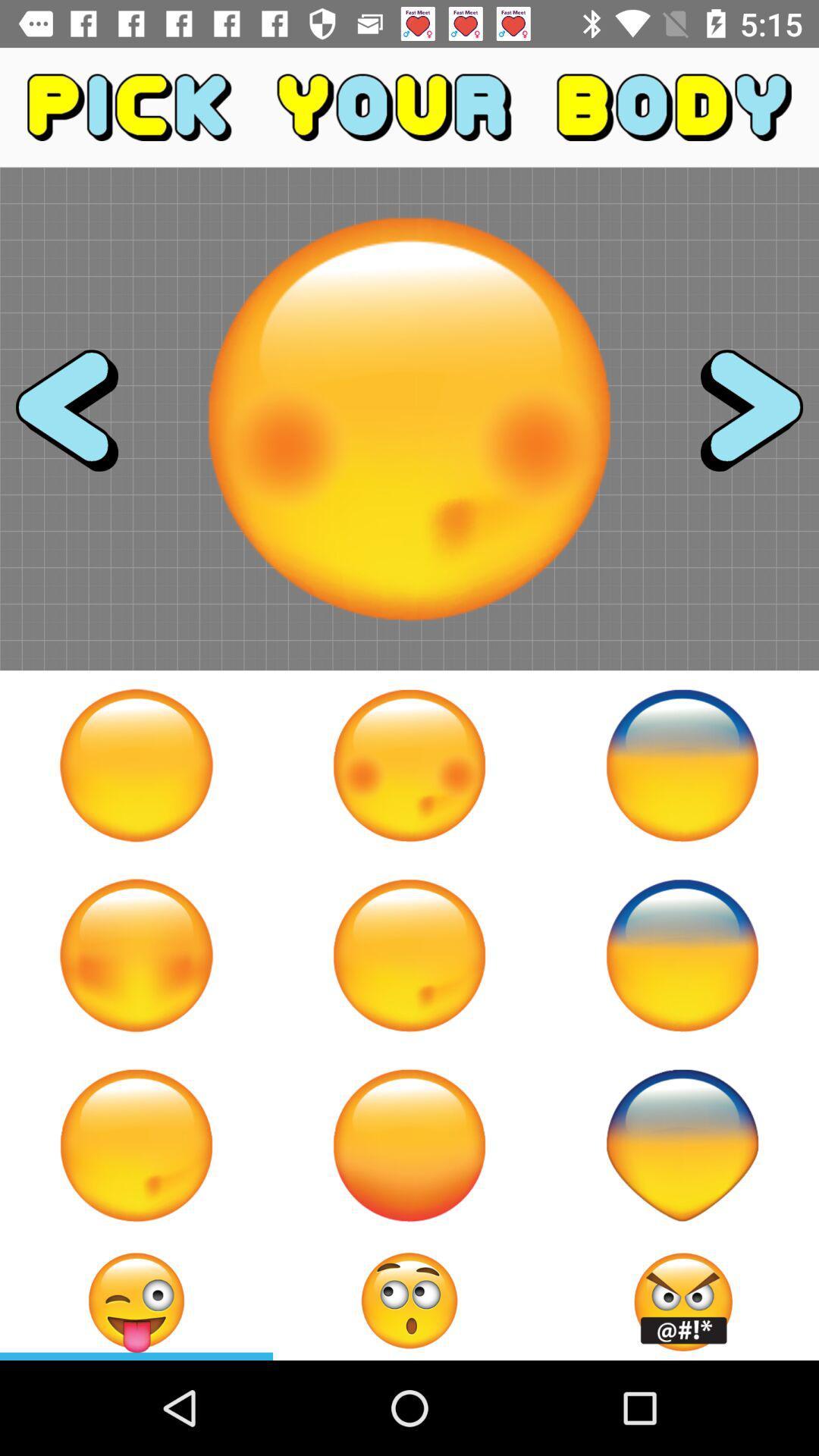  Describe the element at coordinates (80, 419) in the screenshot. I see `previous` at that location.